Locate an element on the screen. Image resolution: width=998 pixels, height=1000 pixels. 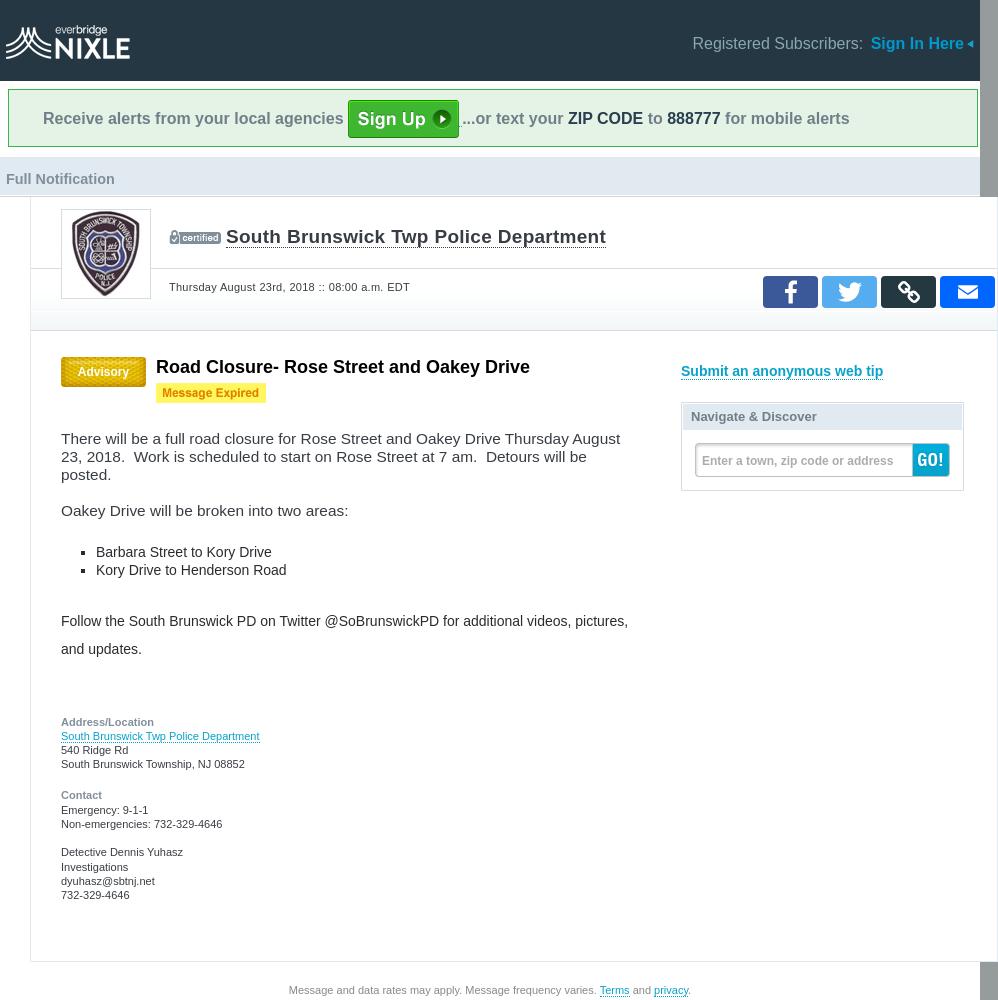
'540 Ridge Rd' is located at coordinates (93, 750).